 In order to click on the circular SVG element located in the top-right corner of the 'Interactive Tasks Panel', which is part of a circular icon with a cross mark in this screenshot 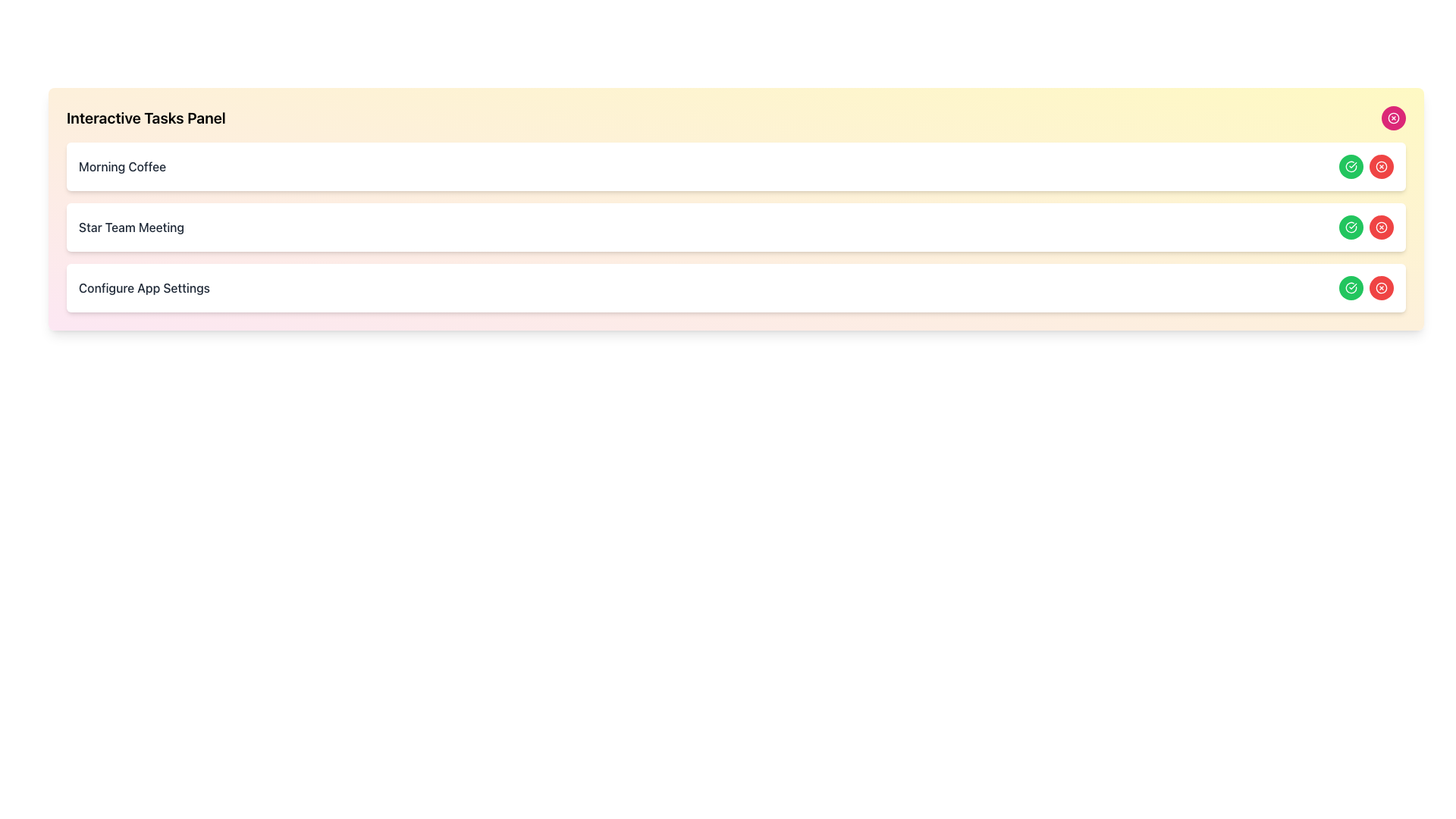, I will do `click(1394, 117)`.